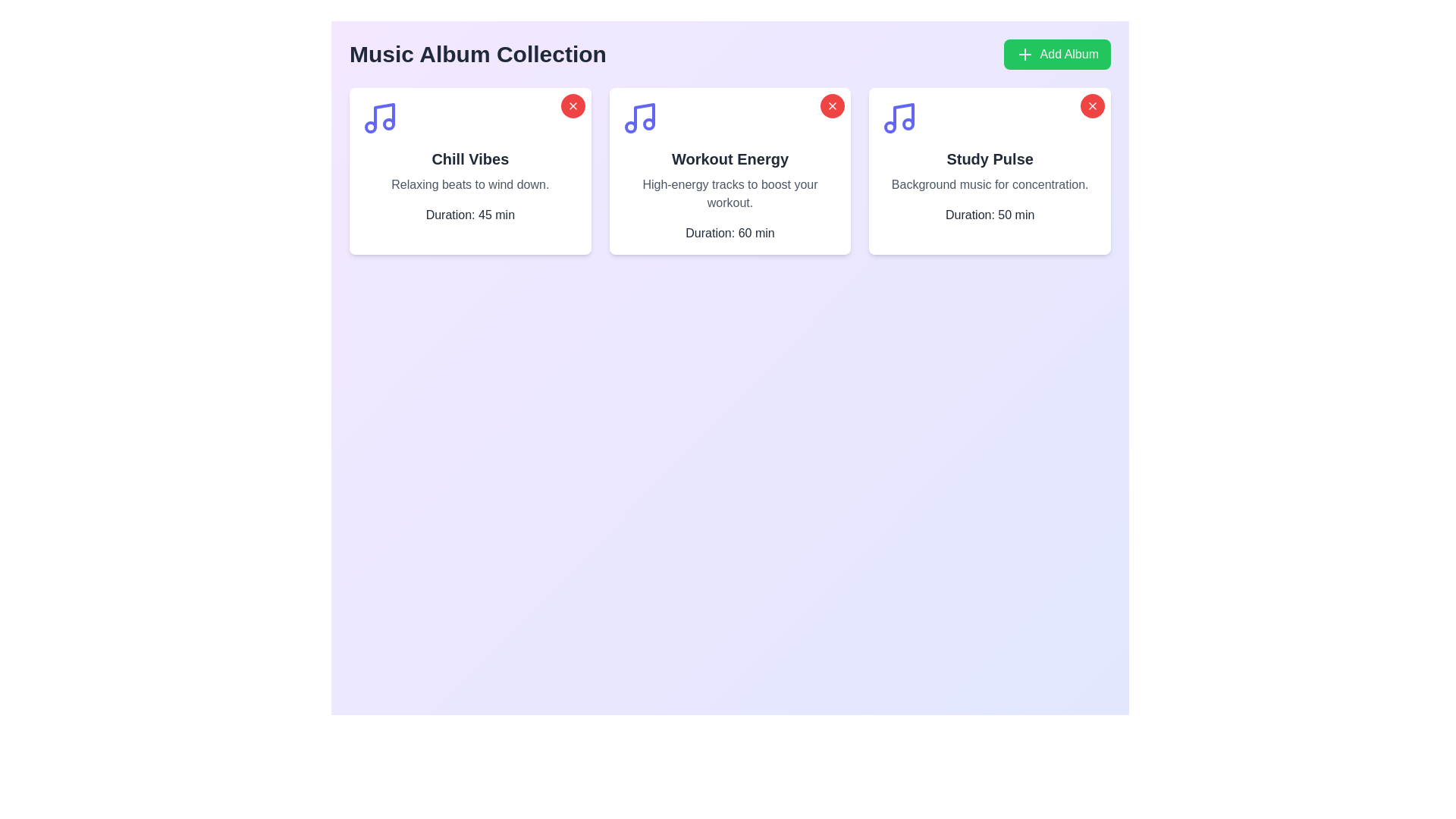 This screenshot has height=819, width=1456. Describe the element at coordinates (1092, 105) in the screenshot. I see `the third circular button in the top-right corner of the 'Study Pulse' card` at that location.